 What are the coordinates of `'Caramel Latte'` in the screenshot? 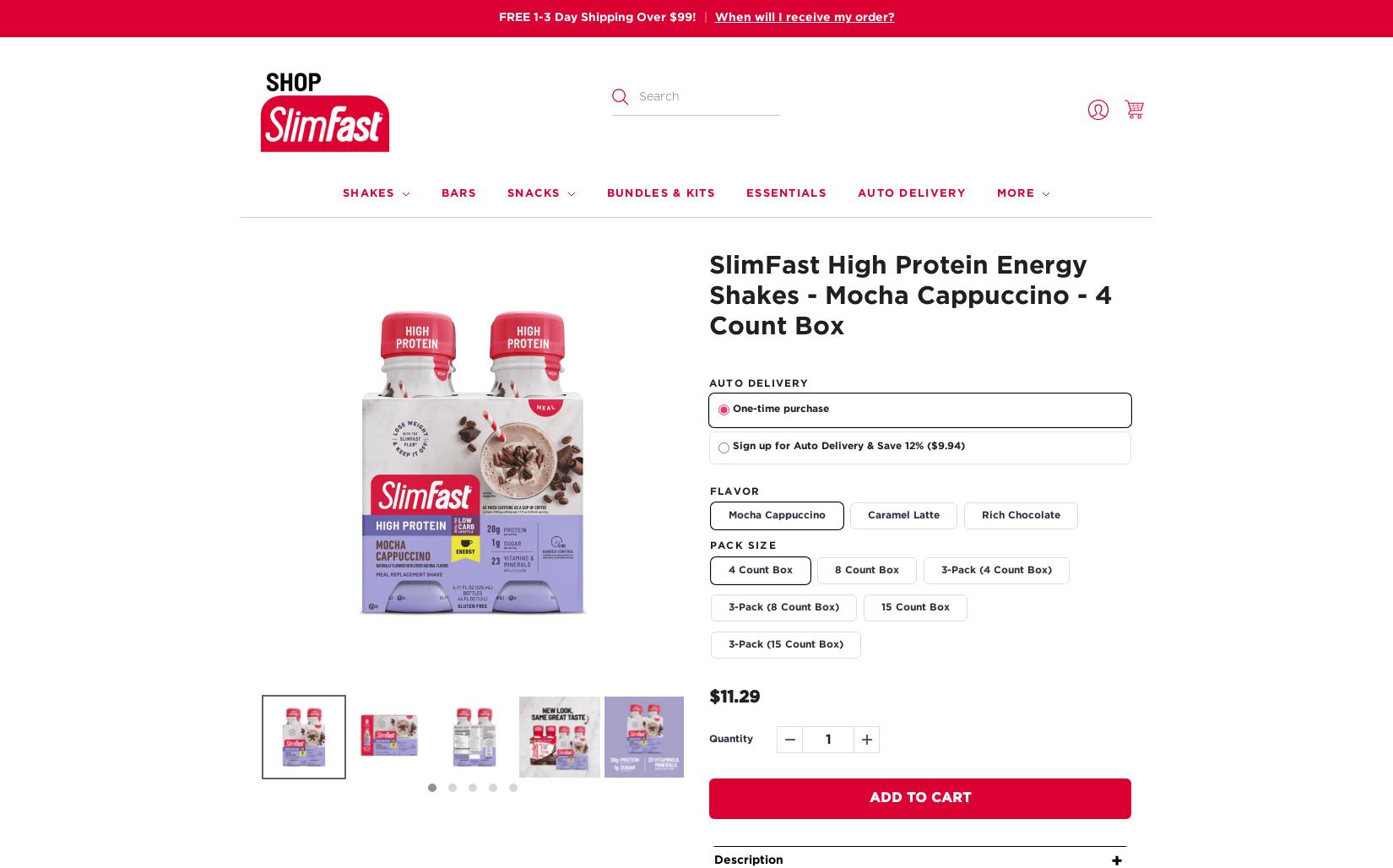 It's located at (903, 514).